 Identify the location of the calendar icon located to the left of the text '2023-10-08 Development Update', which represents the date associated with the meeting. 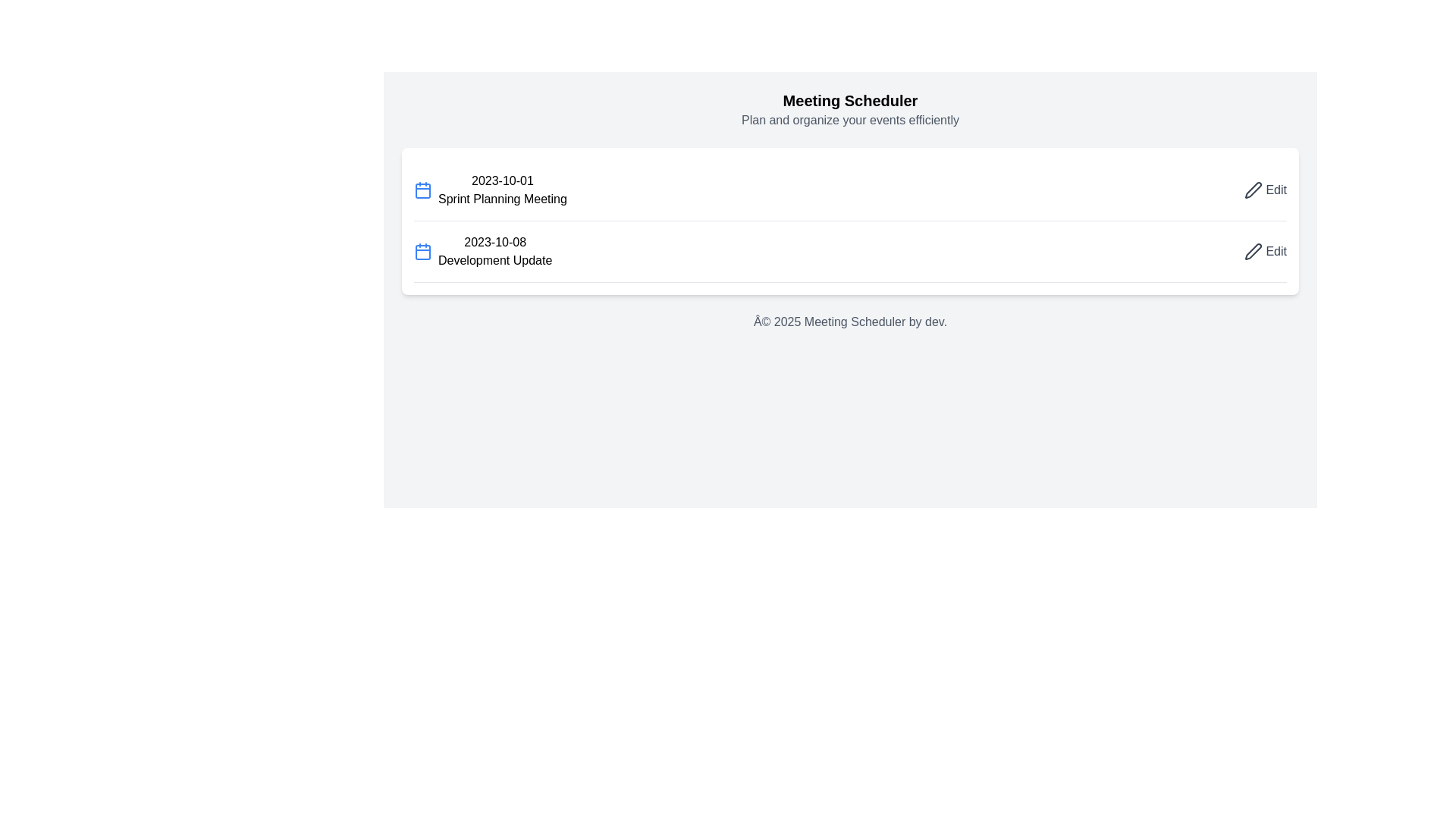
(422, 250).